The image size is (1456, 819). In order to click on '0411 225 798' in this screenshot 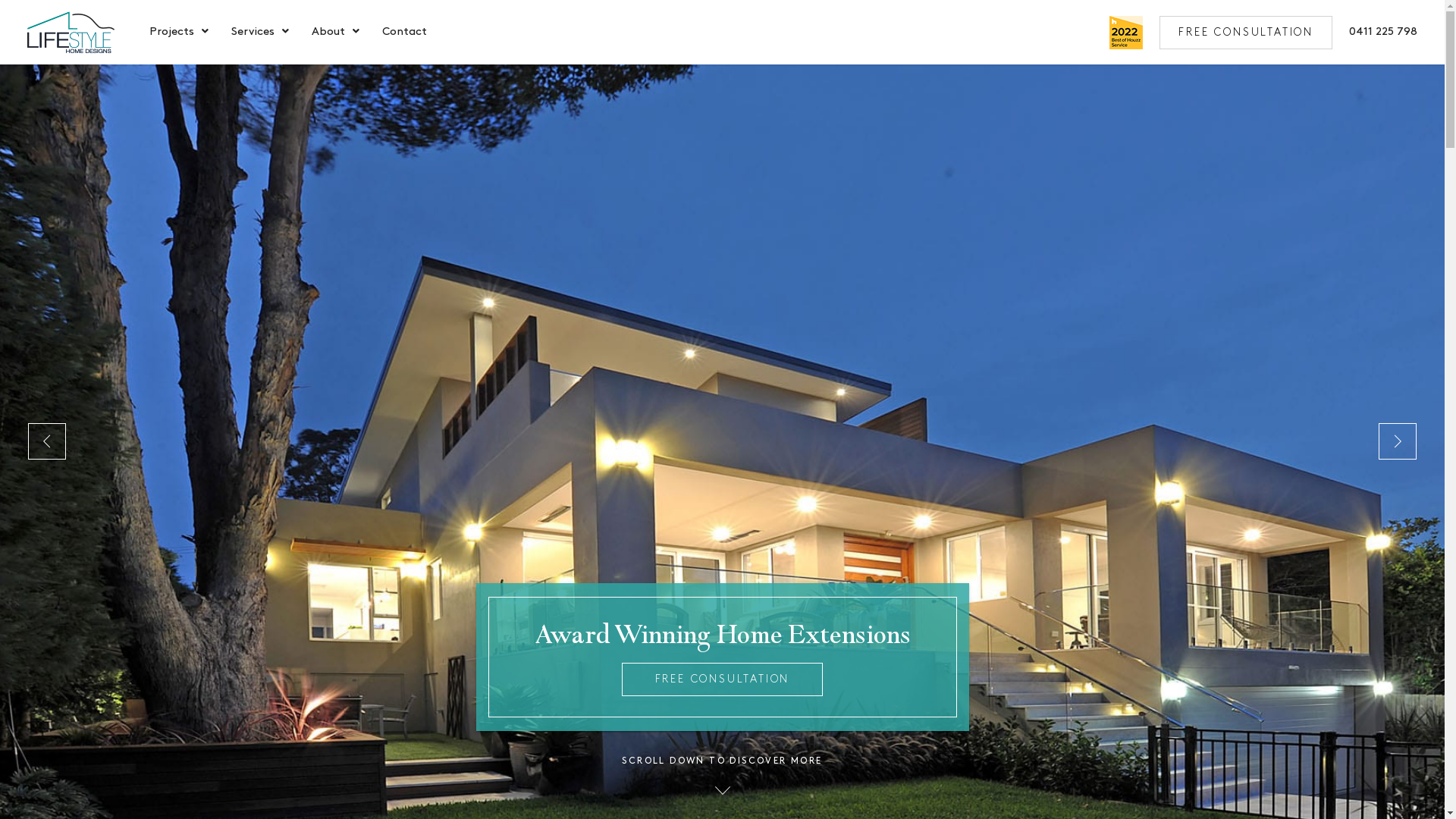, I will do `click(1383, 32)`.